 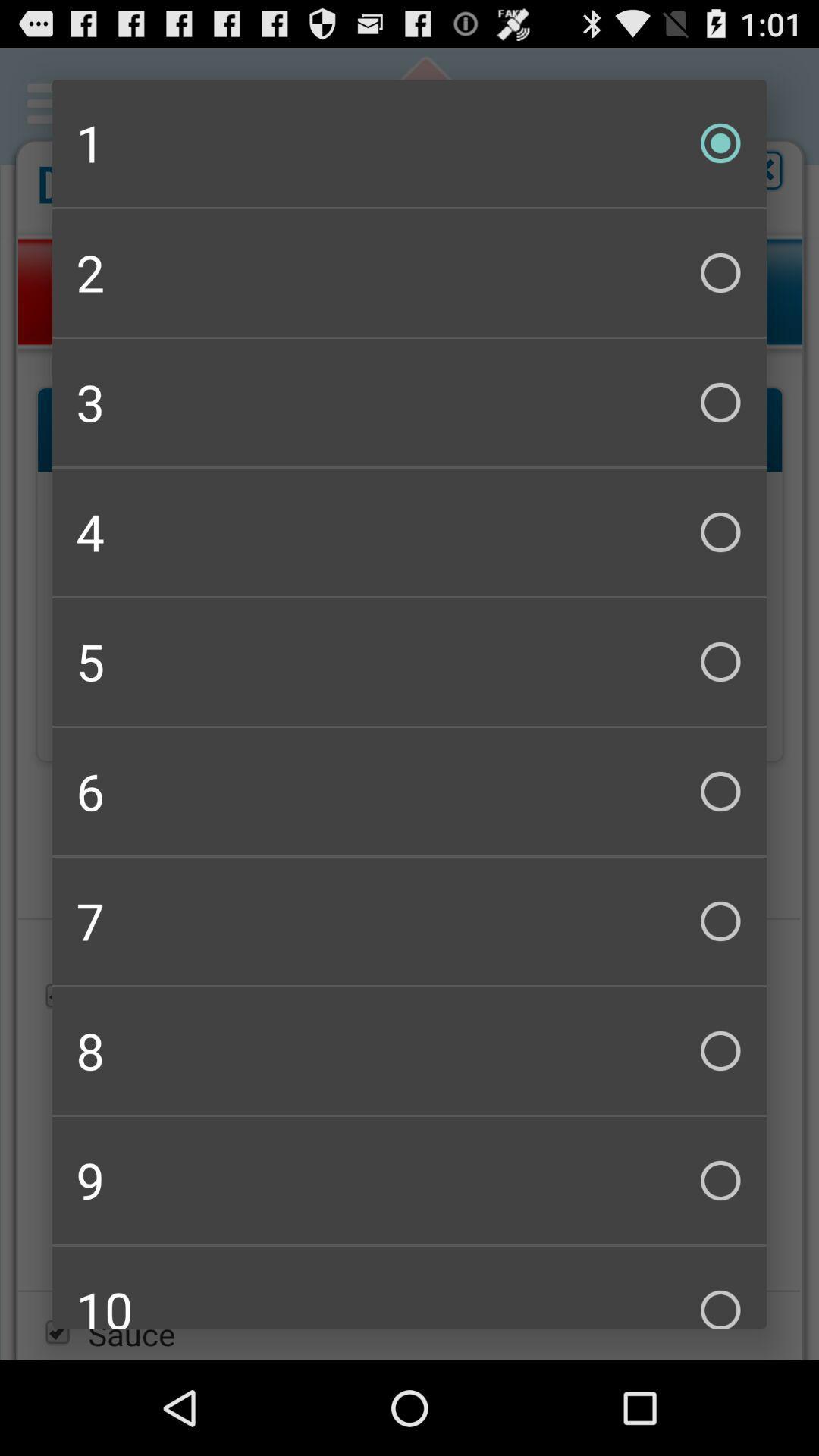 I want to click on icon above the 2 checkbox, so click(x=409, y=143).